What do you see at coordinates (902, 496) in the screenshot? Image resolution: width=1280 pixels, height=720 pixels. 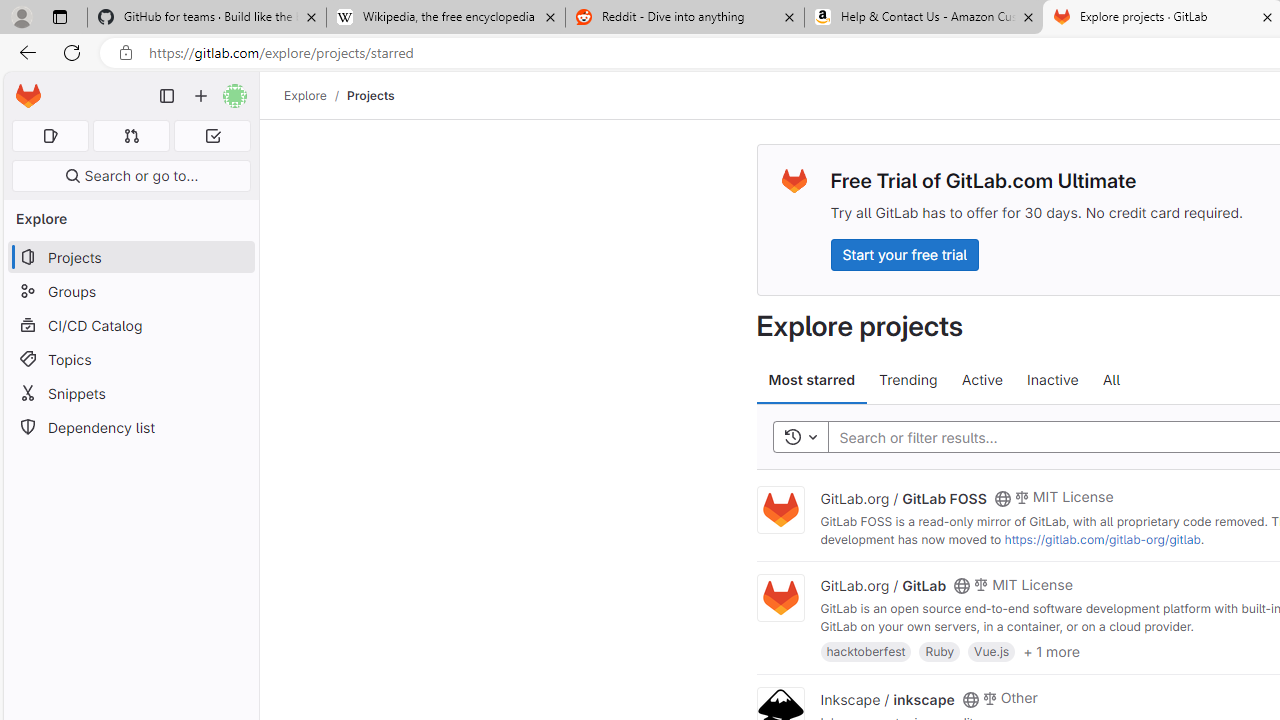 I see `'GitLab.org / GitLab FOSS'` at bounding box center [902, 496].